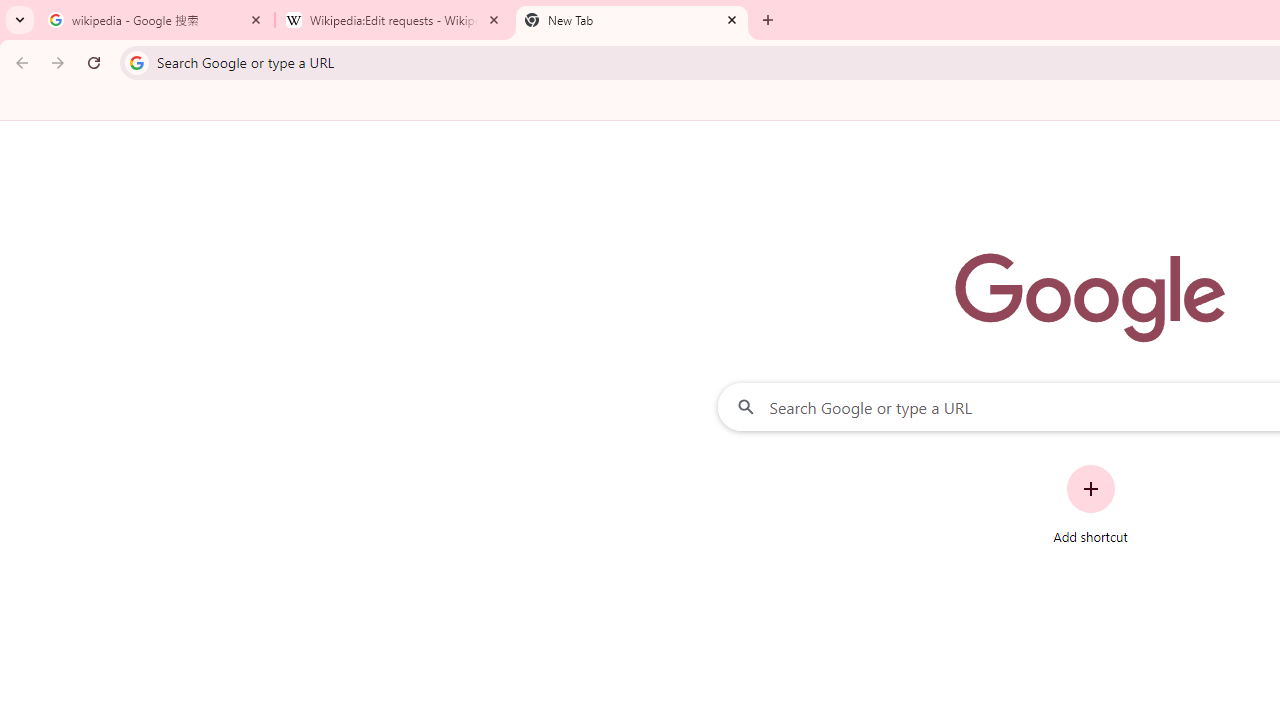 This screenshot has height=720, width=1280. Describe the element at coordinates (1089, 504) in the screenshot. I see `'Add shortcut'` at that location.